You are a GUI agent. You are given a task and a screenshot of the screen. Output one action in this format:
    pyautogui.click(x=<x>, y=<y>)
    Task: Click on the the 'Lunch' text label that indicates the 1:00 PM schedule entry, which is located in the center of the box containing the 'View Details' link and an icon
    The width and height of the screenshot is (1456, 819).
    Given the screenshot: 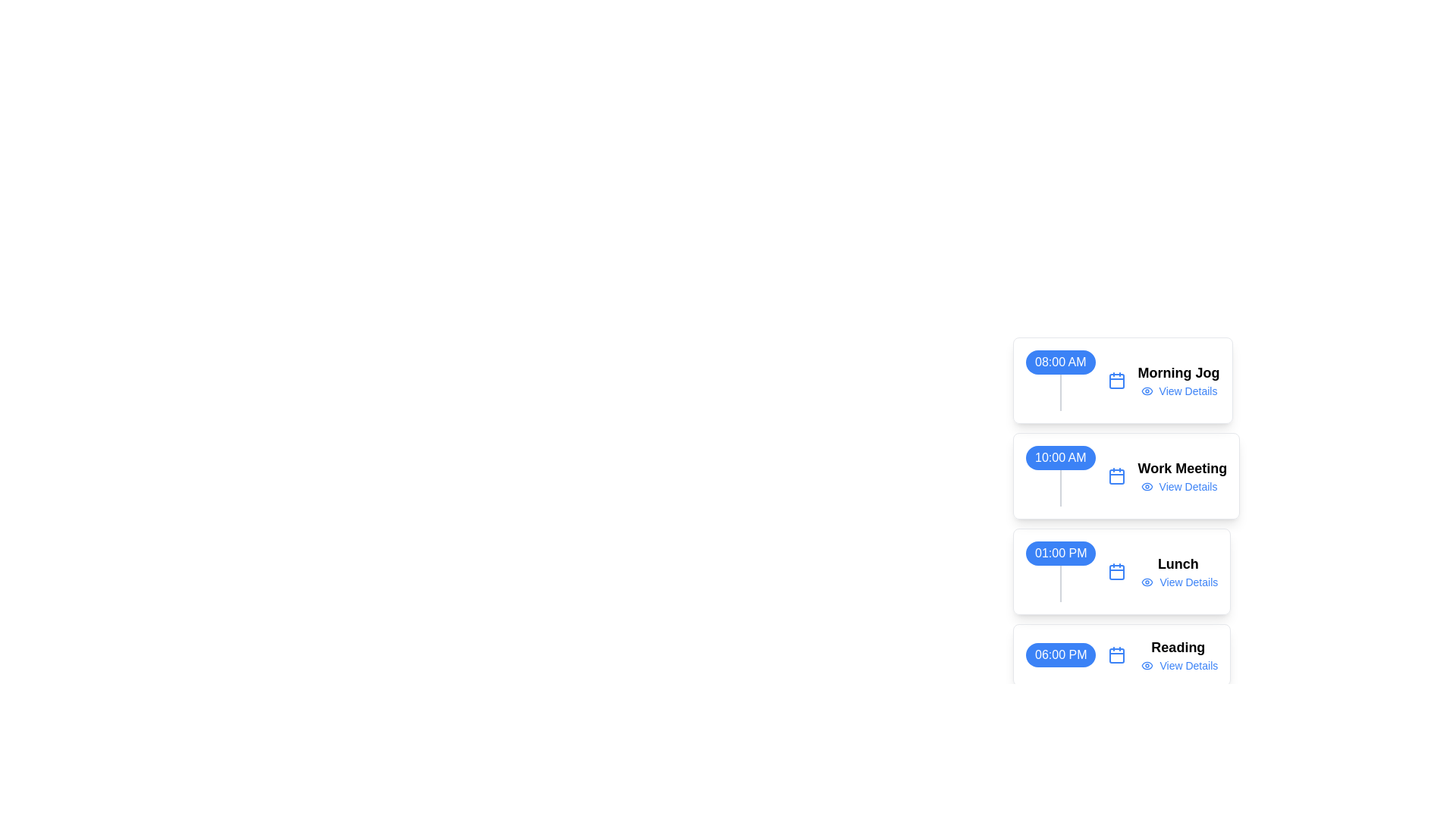 What is the action you would take?
    pyautogui.click(x=1177, y=564)
    